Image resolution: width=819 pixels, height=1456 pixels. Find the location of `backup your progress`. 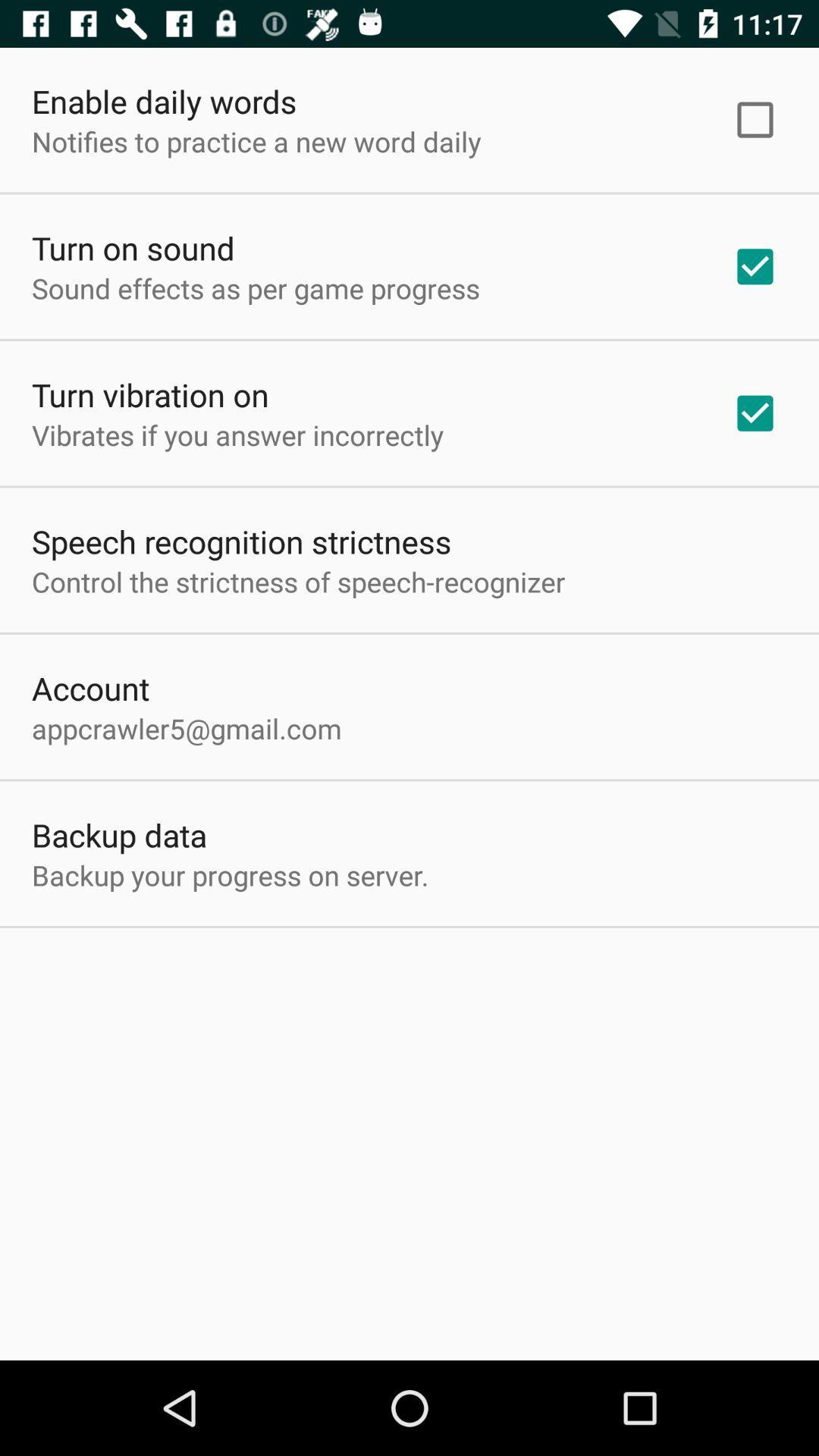

backup your progress is located at coordinates (230, 875).